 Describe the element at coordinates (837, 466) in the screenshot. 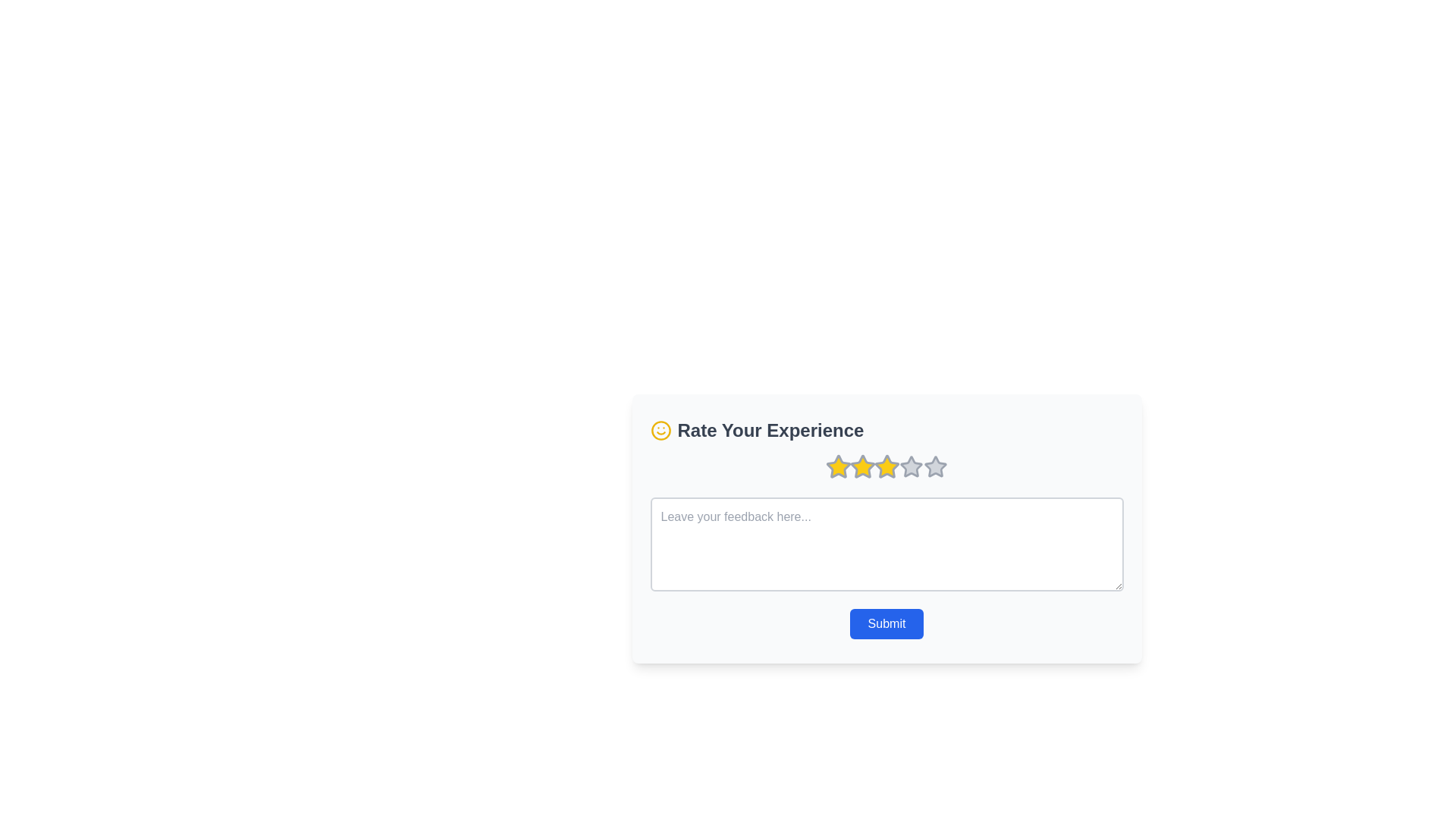

I see `the active yellow star icon representing a rating of 1 located beneath the 'Rate Your Experience' text` at that location.